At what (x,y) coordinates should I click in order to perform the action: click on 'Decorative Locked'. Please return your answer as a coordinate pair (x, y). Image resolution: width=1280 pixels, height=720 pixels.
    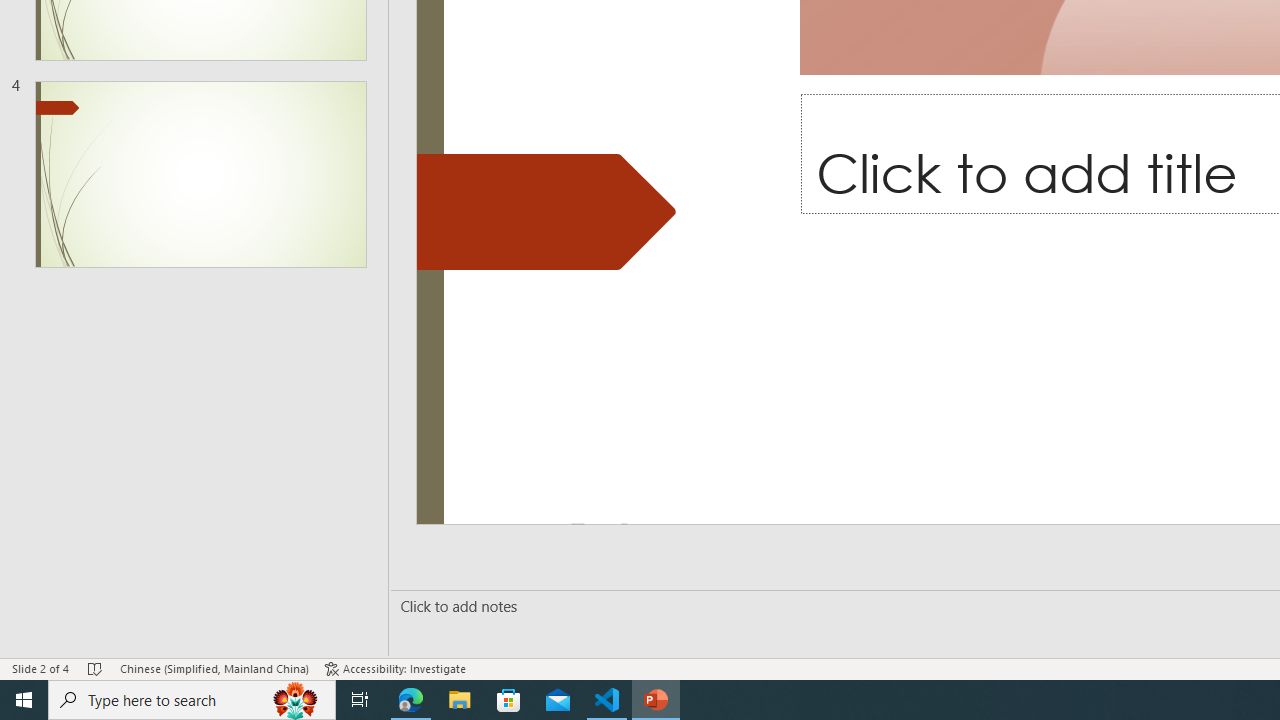
    Looking at the image, I should click on (546, 212).